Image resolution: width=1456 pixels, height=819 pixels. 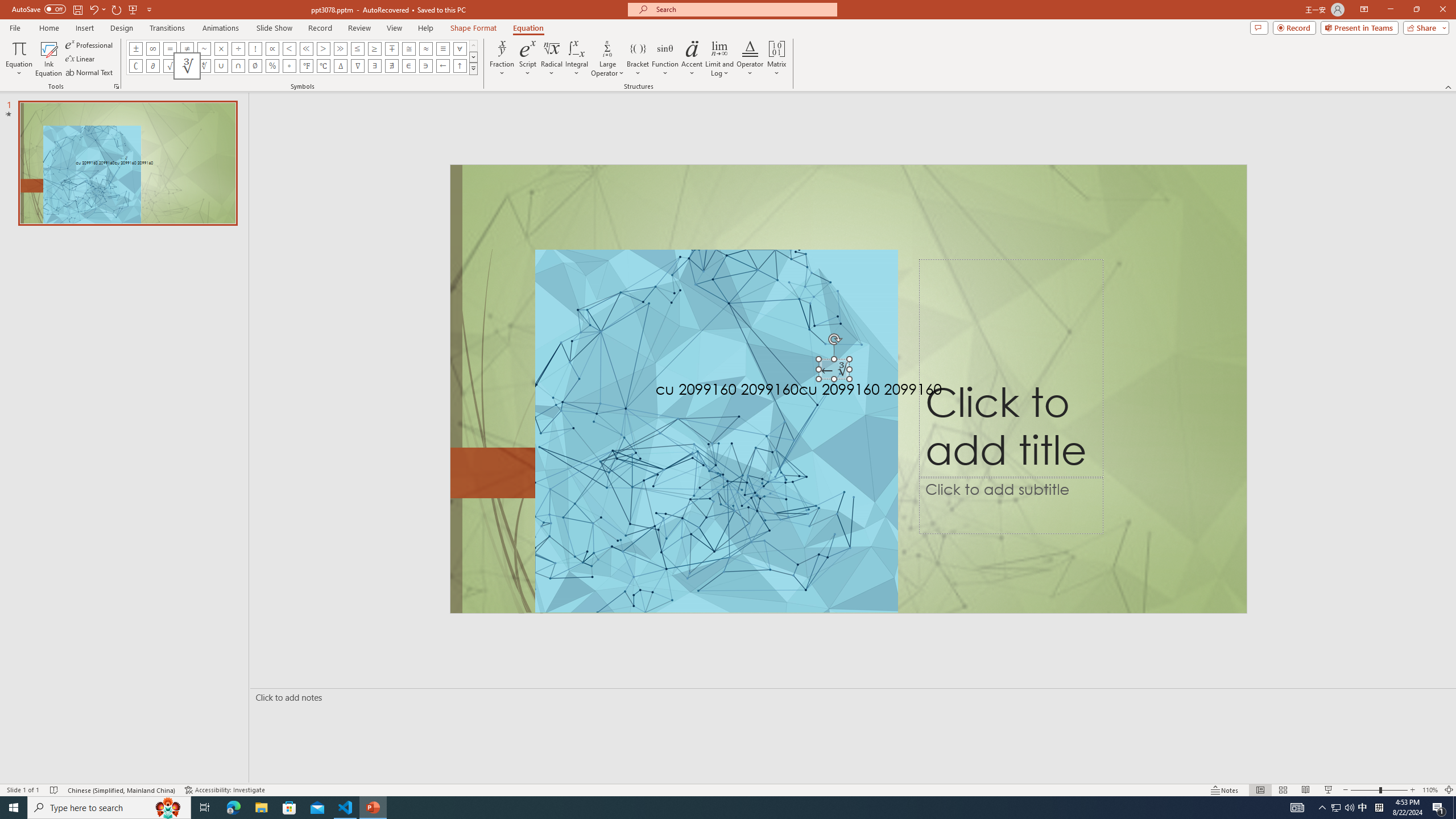 What do you see at coordinates (357, 48) in the screenshot?
I see `'Equation Symbol Less Than or Equal To'` at bounding box center [357, 48].